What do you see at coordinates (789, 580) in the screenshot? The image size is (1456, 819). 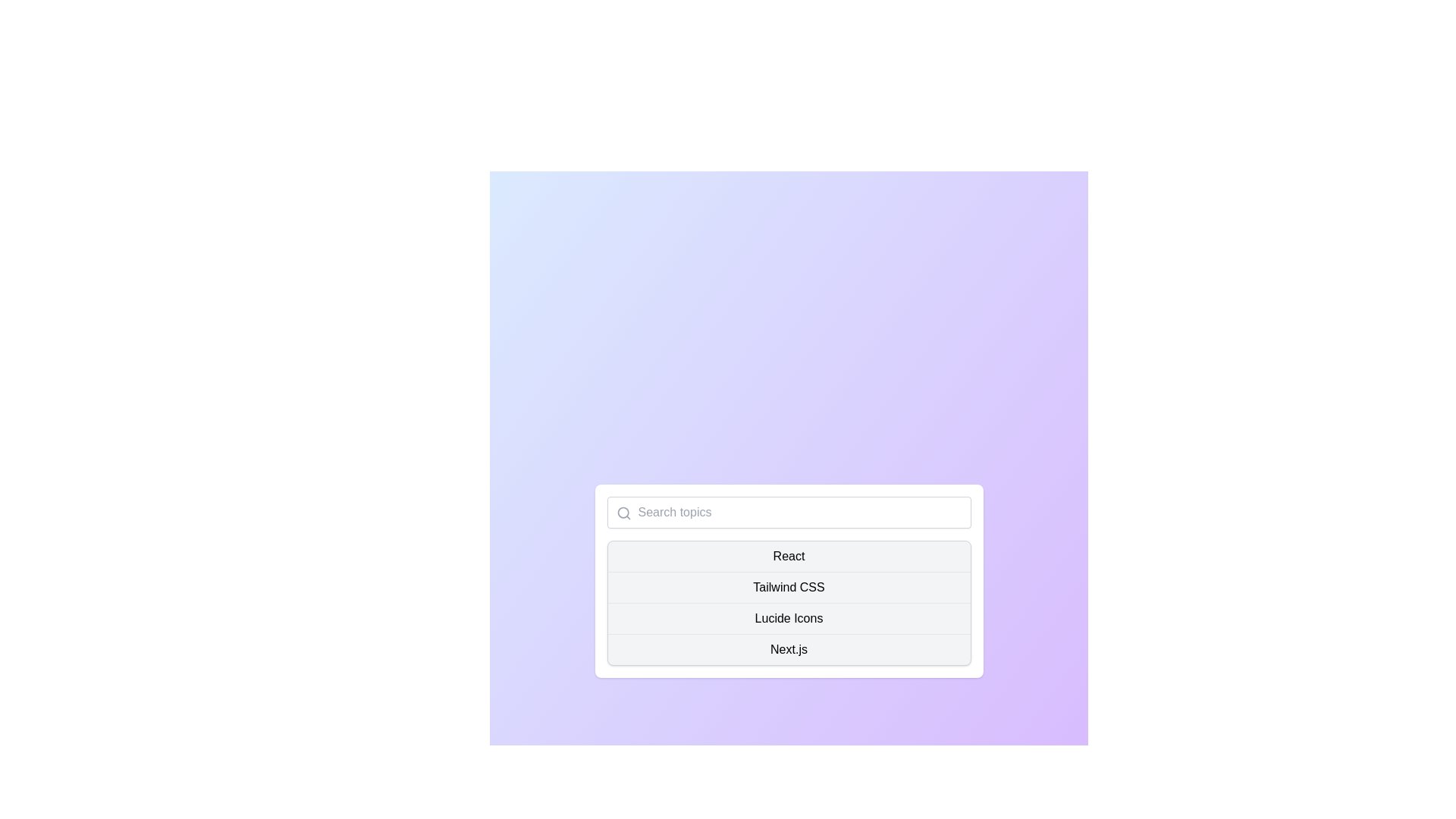 I see `the 'Tailwind CSS' item in the list` at bounding box center [789, 580].